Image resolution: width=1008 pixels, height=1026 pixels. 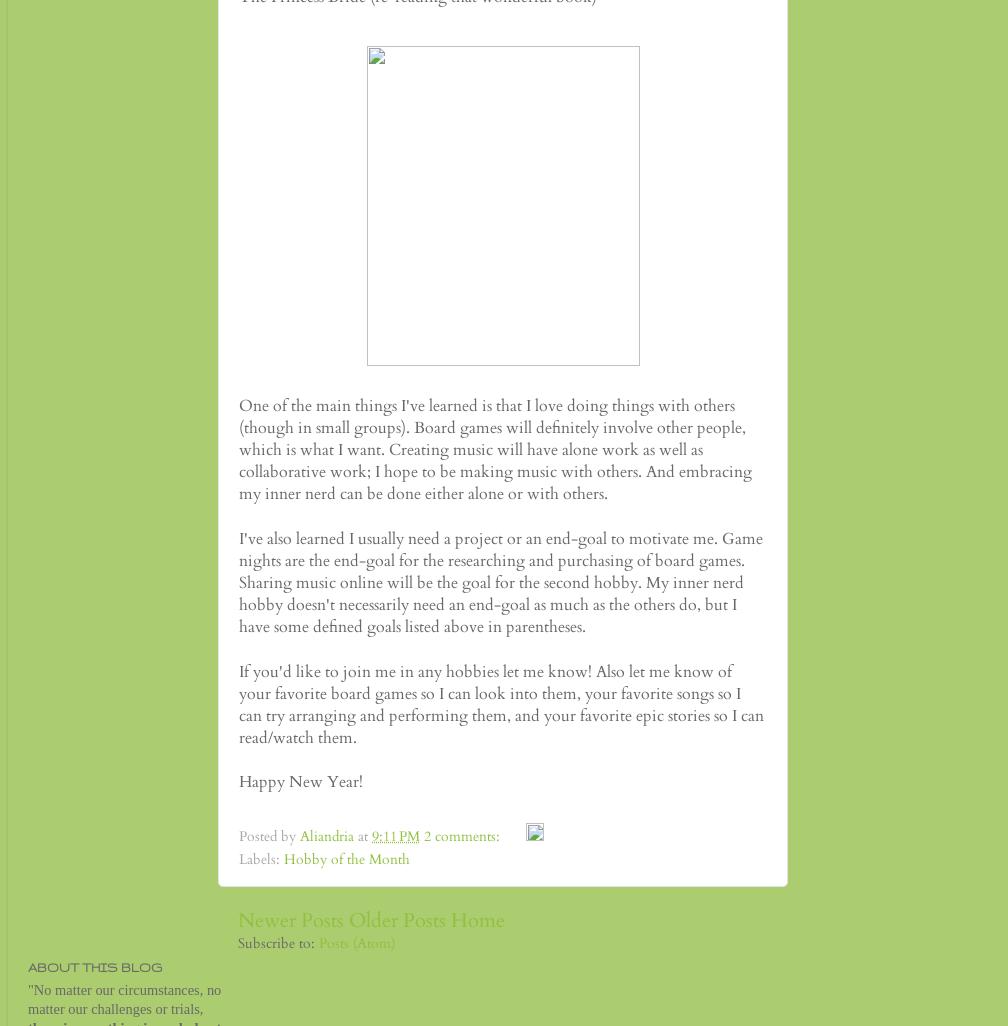 I want to click on 'Labels:', so click(x=238, y=859).